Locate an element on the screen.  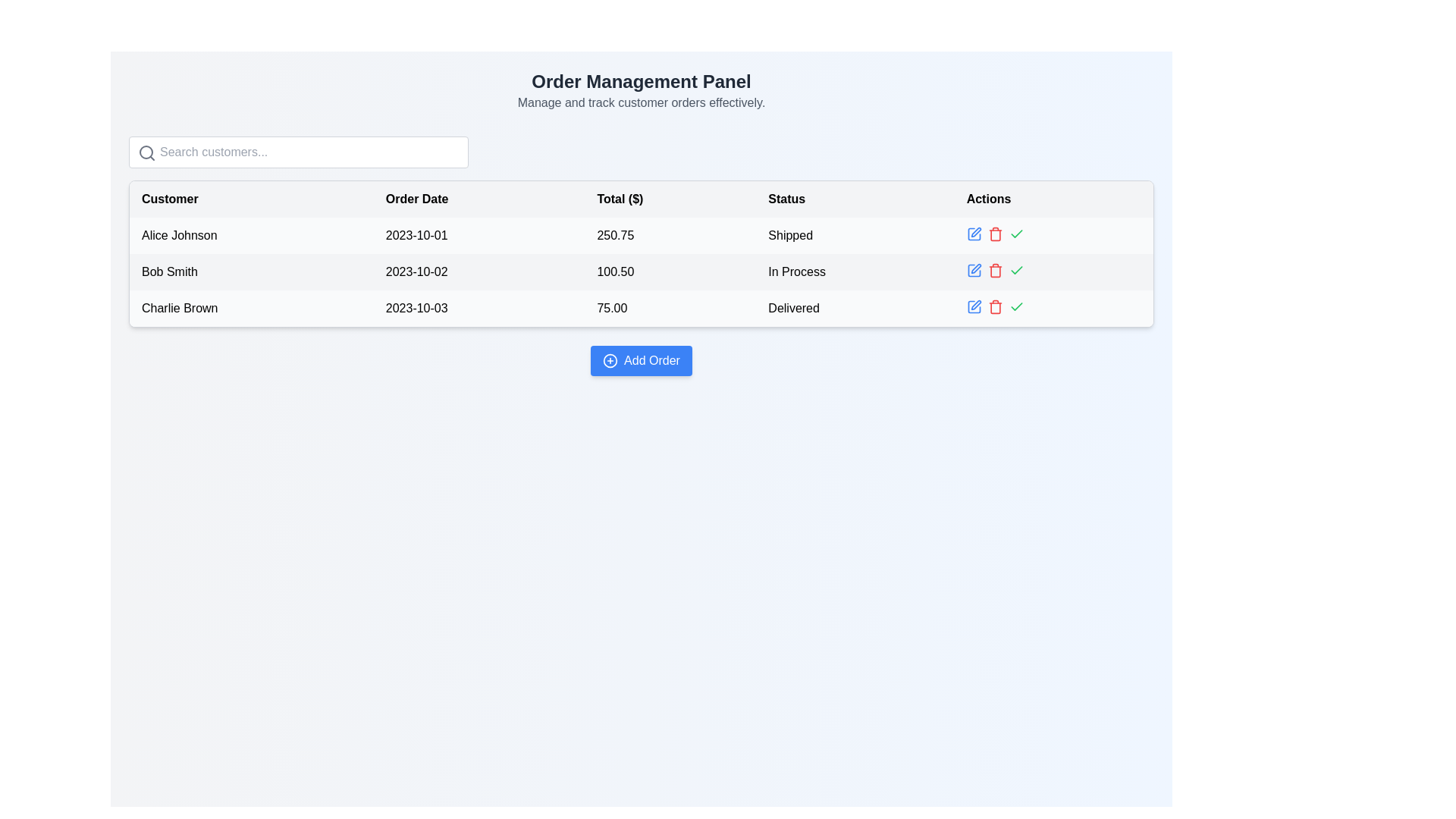
the edit icon button located in the 'Actions' column of the second row in the table is located at coordinates (976, 232).